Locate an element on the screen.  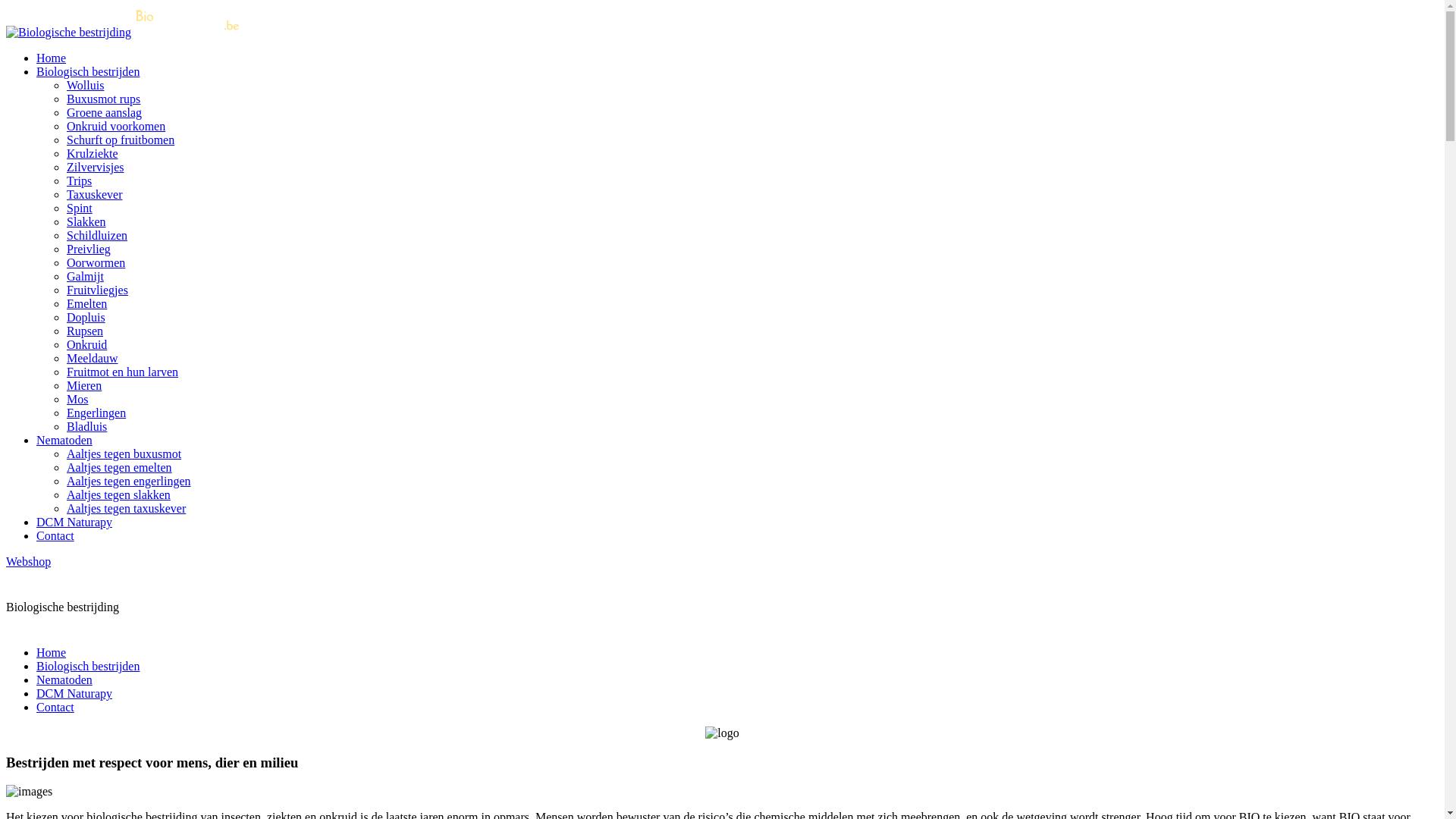
'Meeldauw' is located at coordinates (91, 358).